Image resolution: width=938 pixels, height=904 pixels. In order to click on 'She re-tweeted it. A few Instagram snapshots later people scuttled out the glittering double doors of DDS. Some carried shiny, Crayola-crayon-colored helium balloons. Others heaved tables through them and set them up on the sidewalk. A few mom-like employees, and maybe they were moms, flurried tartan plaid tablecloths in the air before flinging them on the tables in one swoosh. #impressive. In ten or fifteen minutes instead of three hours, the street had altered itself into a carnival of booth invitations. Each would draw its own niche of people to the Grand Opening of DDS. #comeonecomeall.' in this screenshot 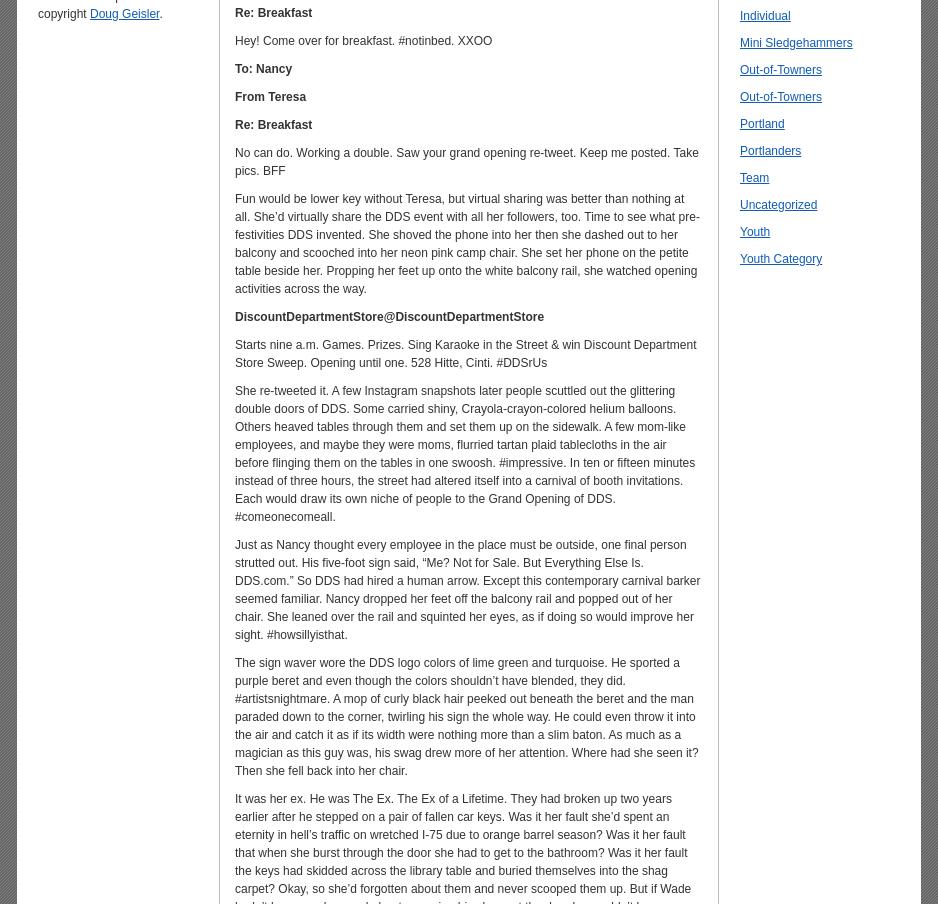, I will do `click(463, 452)`.